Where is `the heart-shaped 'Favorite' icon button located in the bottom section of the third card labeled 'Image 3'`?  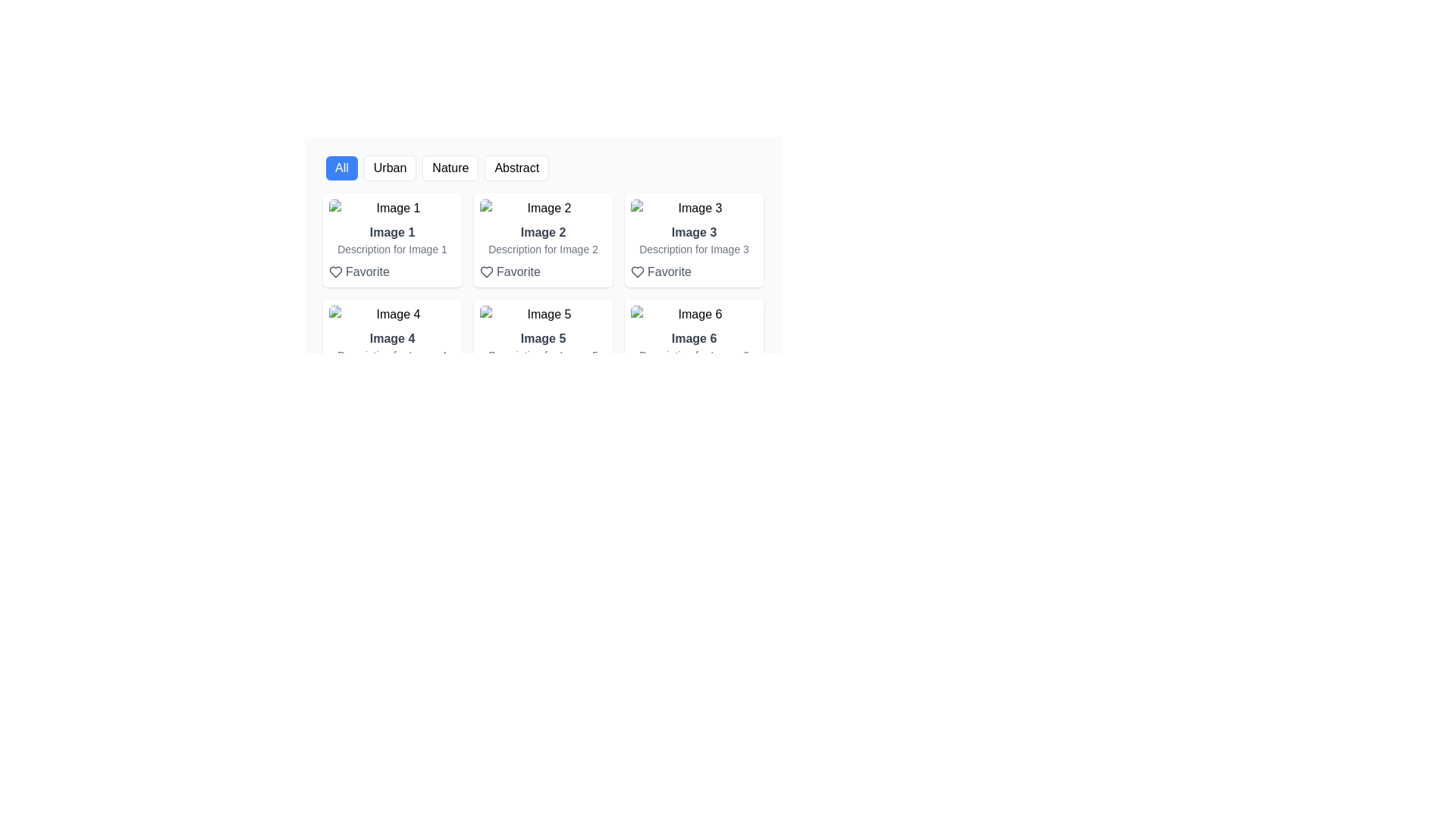 the heart-shaped 'Favorite' icon button located in the bottom section of the third card labeled 'Image 3' is located at coordinates (637, 271).